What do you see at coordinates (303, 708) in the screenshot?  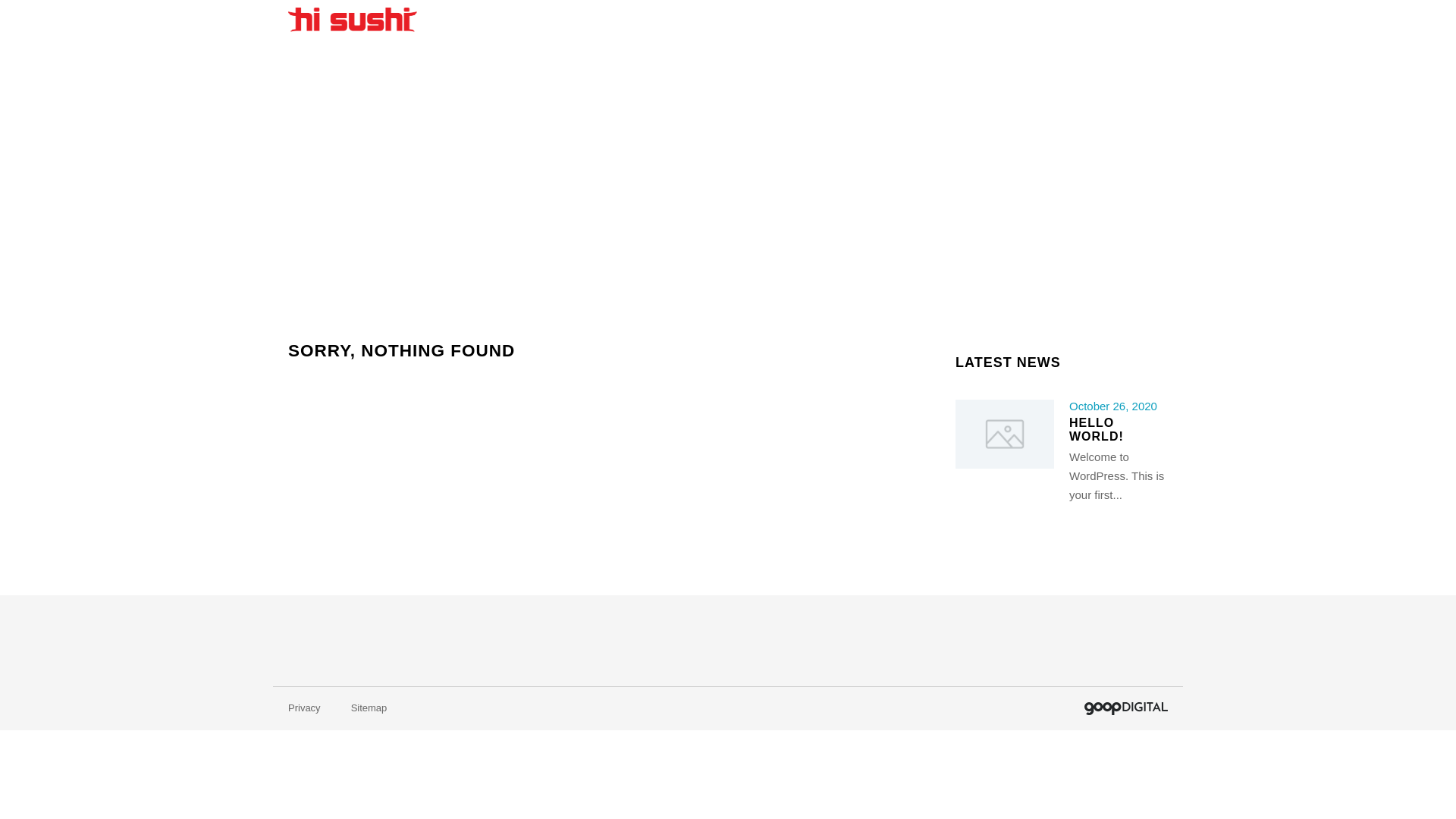 I see `'Privacy'` at bounding box center [303, 708].